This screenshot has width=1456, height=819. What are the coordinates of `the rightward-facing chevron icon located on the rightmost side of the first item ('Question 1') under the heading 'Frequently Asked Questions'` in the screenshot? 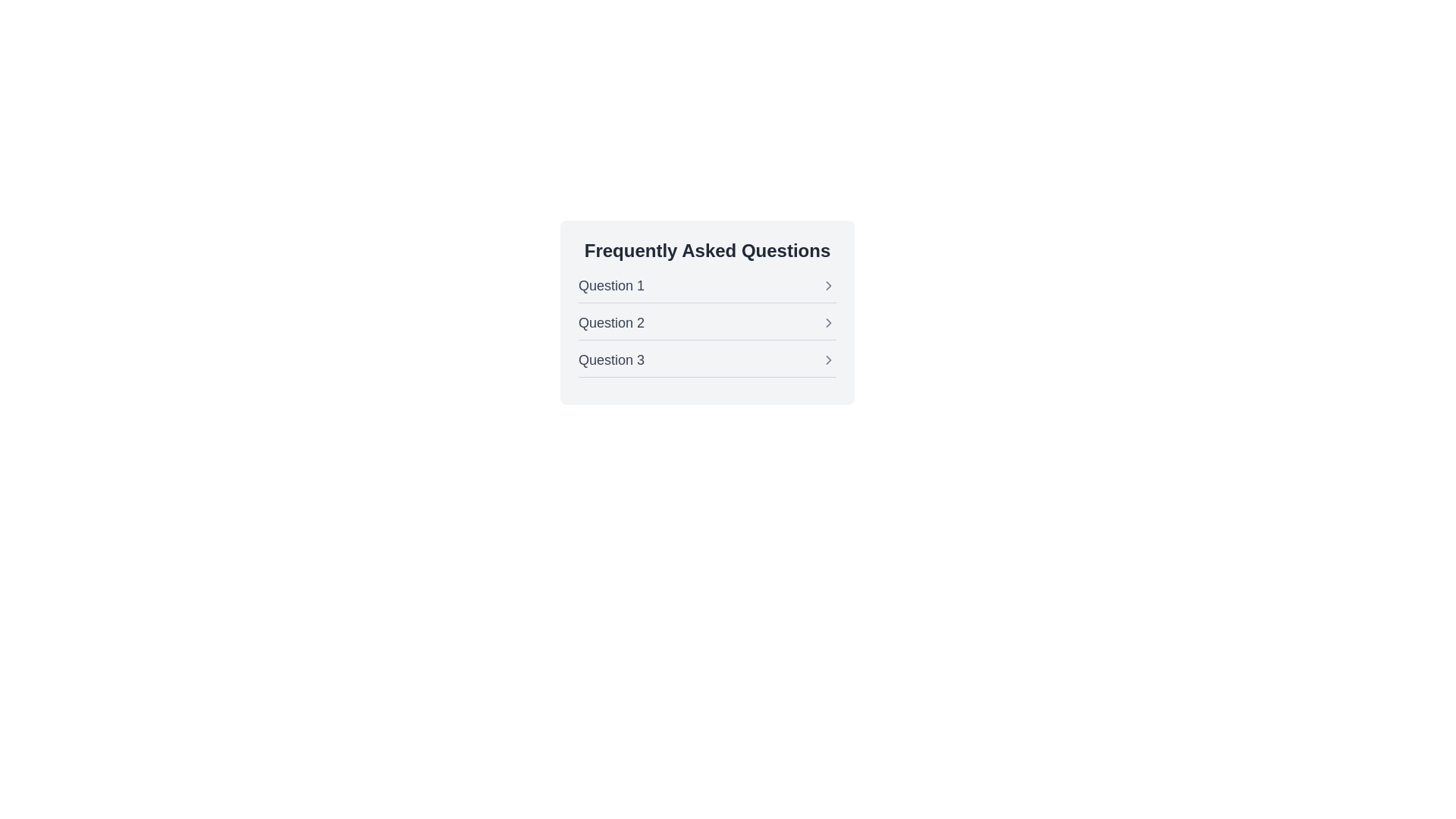 It's located at (828, 286).